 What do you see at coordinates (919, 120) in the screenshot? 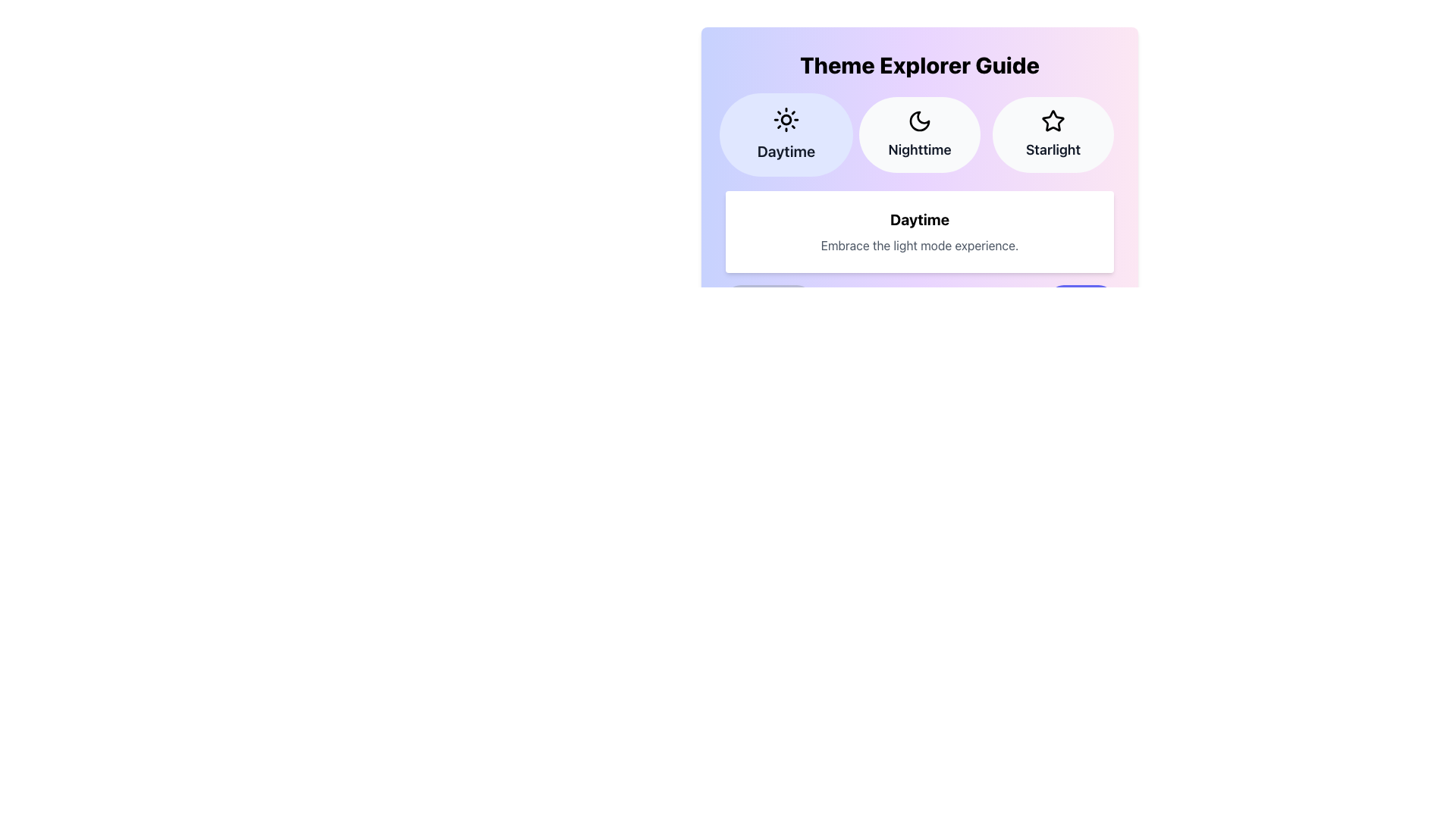
I see `the crescent moon-shaped icon that is positioned above the 'Nighttime' label in the 'Theme Explorer Guide' interface` at bounding box center [919, 120].